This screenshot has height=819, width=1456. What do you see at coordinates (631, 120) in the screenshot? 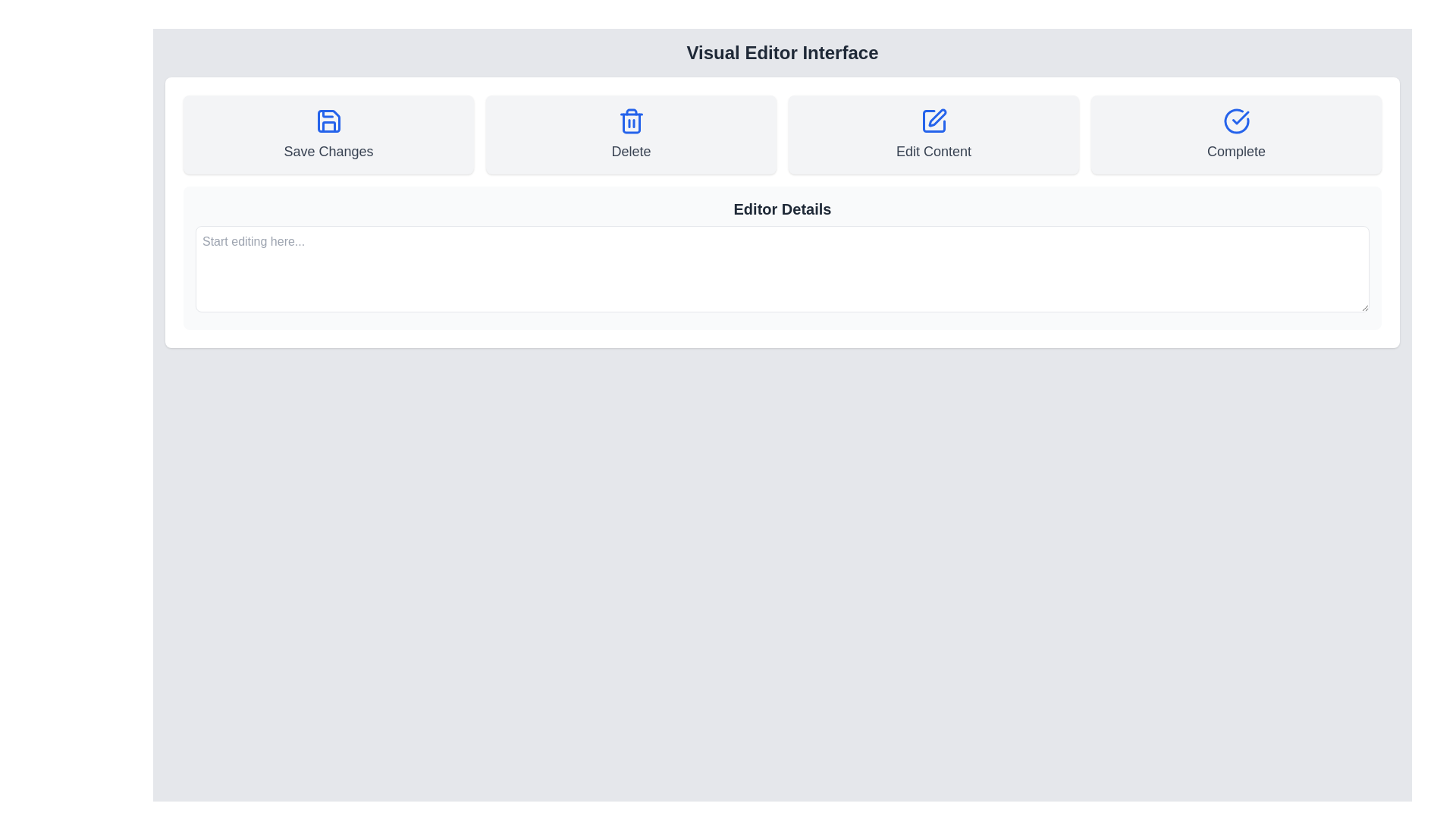
I see `the delete icon component located in the toolbar/menu section, which visually represents the delete action and is positioned second from the left among four buttons` at bounding box center [631, 120].